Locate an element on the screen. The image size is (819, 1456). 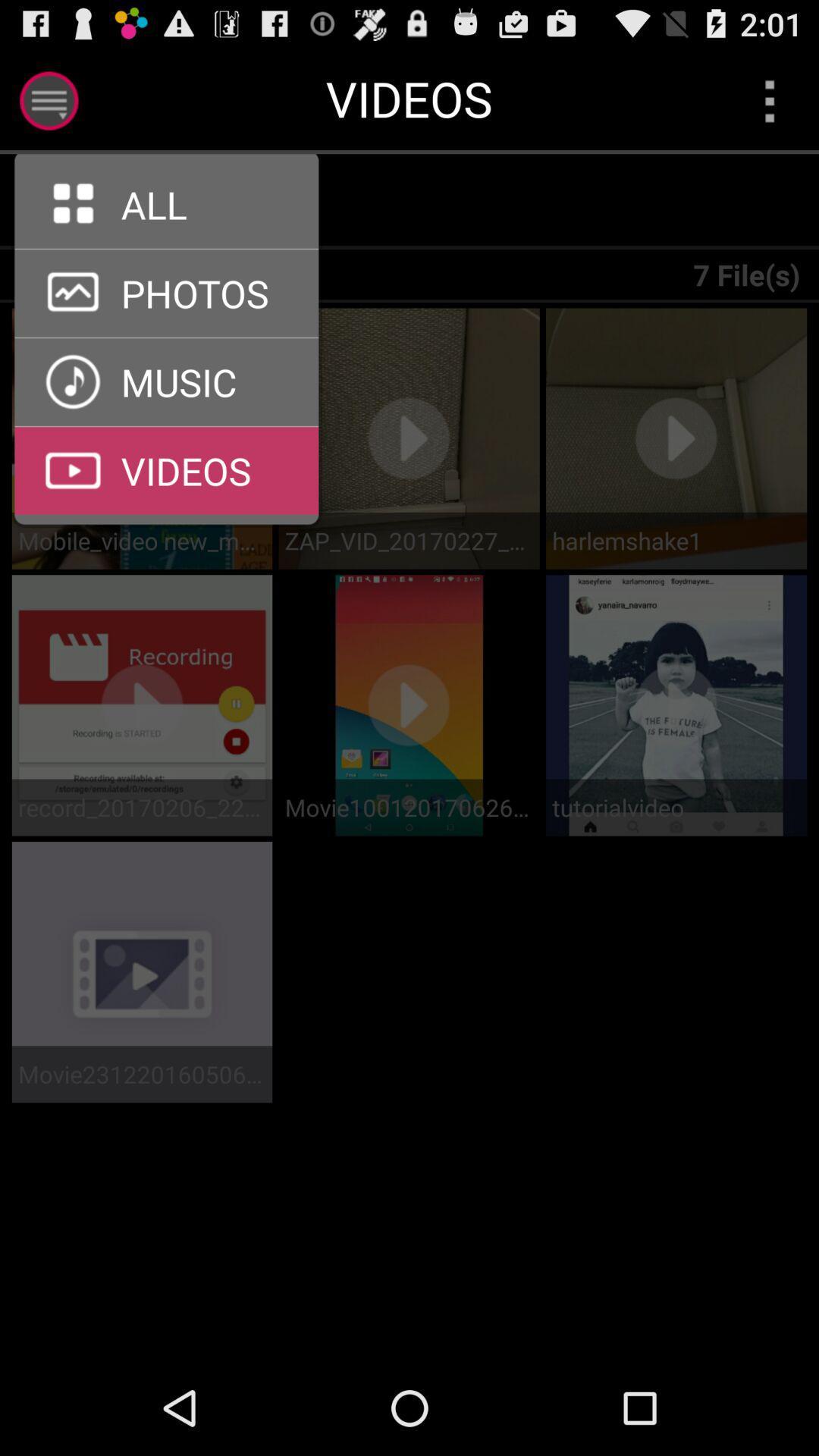
the record_20170206_222152 item is located at coordinates (142, 807).